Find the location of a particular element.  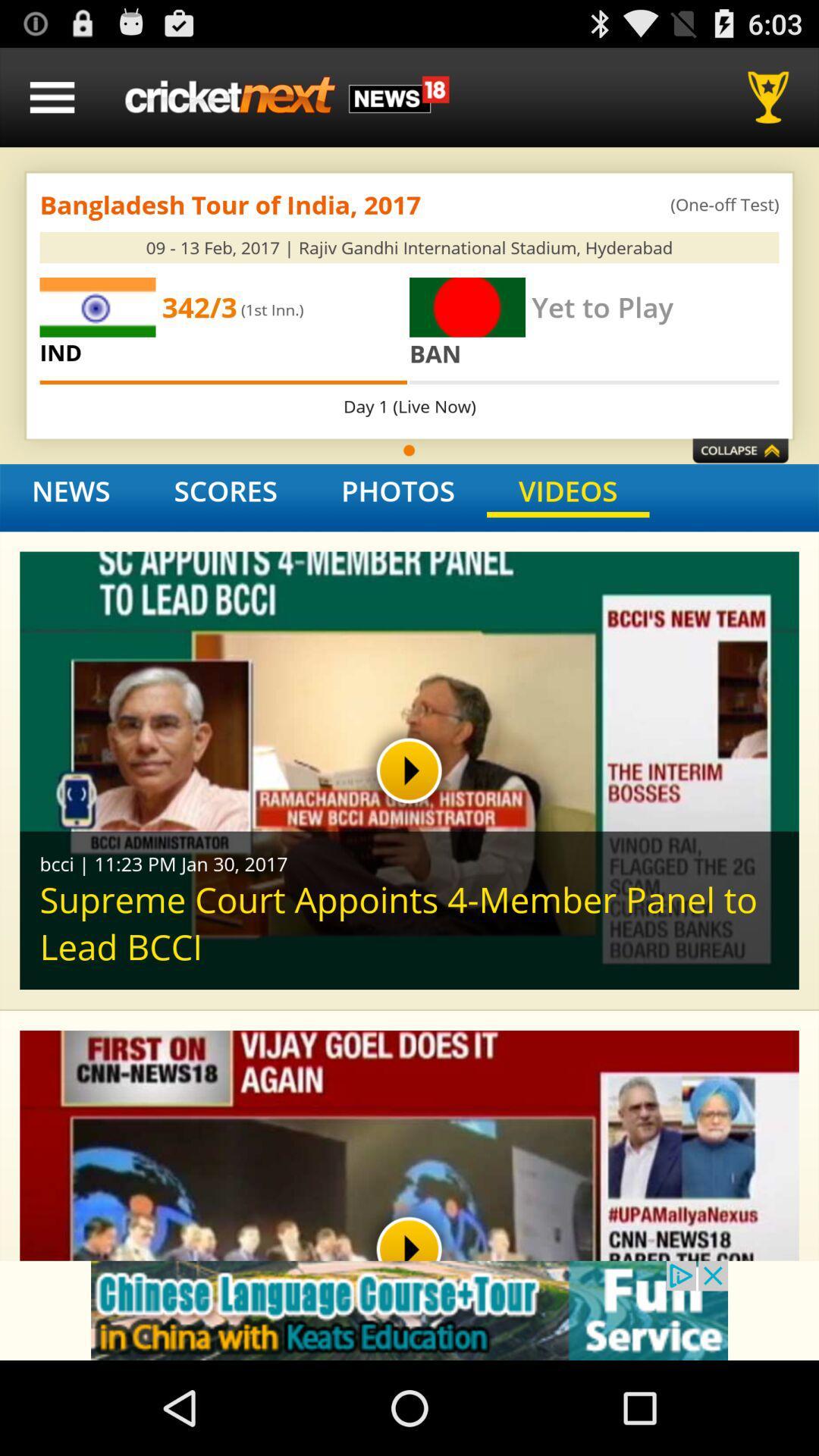

rewards is located at coordinates (773, 96).